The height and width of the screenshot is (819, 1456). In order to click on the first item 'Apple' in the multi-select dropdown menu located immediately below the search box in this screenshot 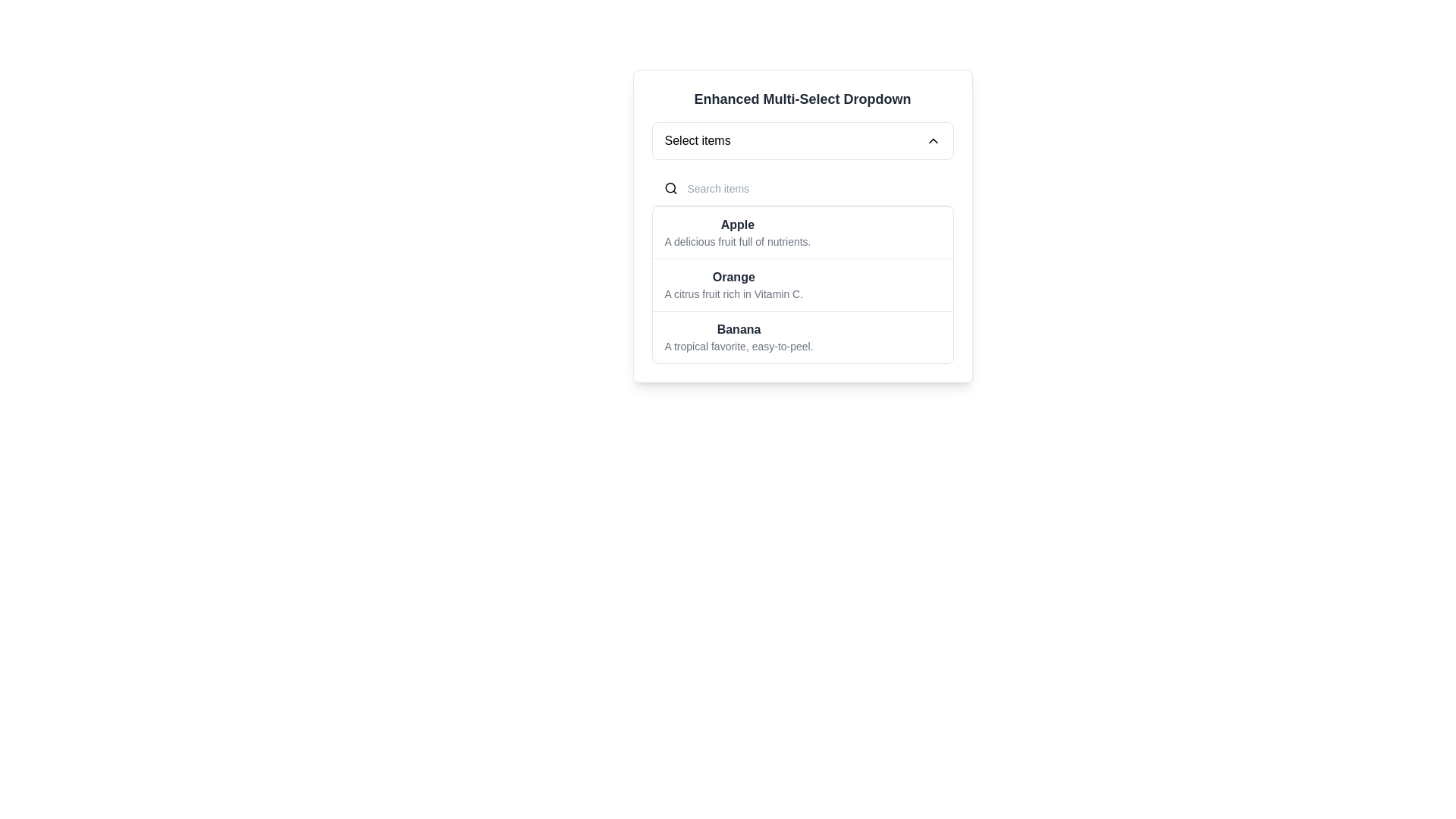, I will do `click(802, 226)`.